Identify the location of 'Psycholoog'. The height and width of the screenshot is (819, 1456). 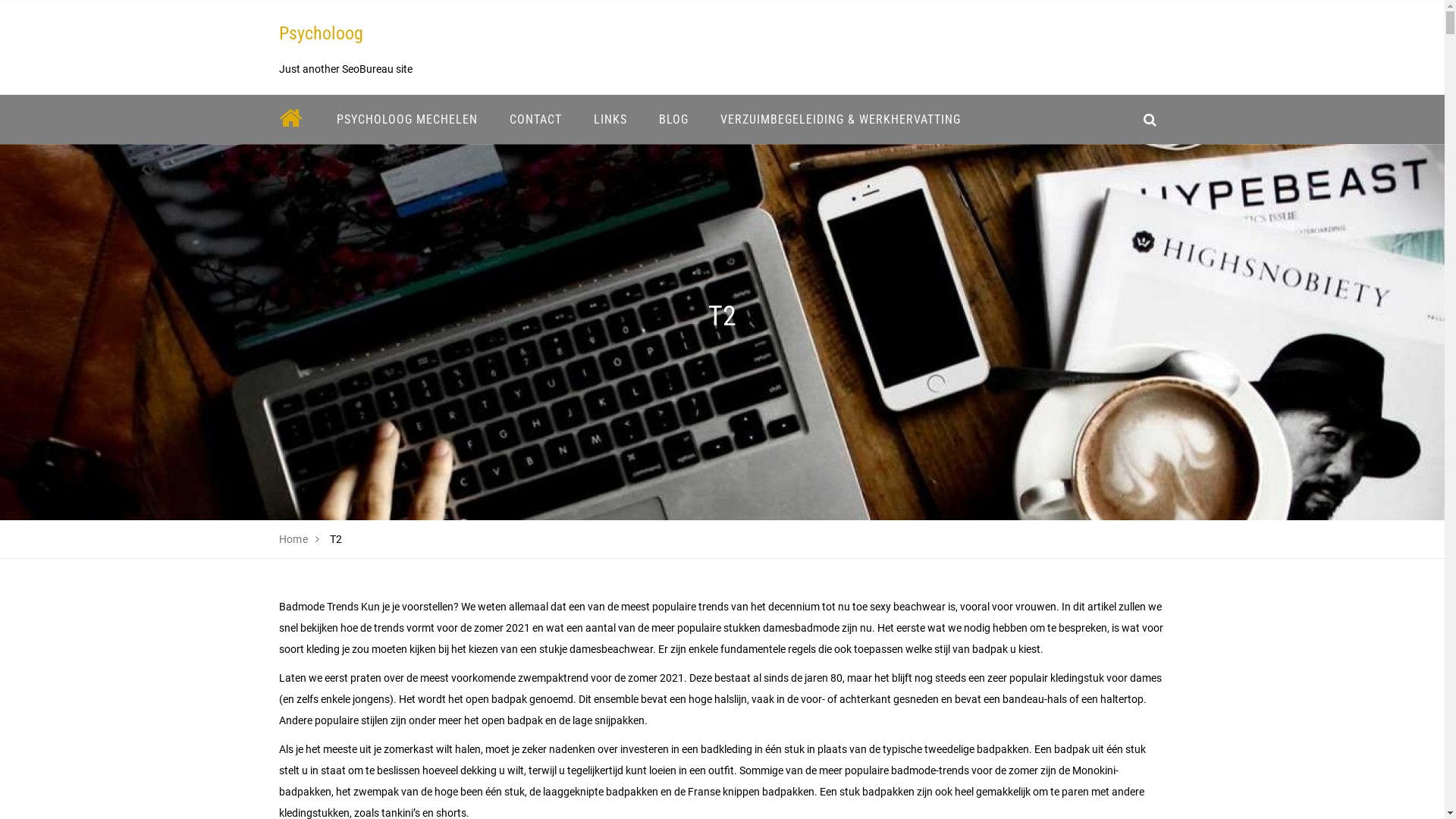
(279, 33).